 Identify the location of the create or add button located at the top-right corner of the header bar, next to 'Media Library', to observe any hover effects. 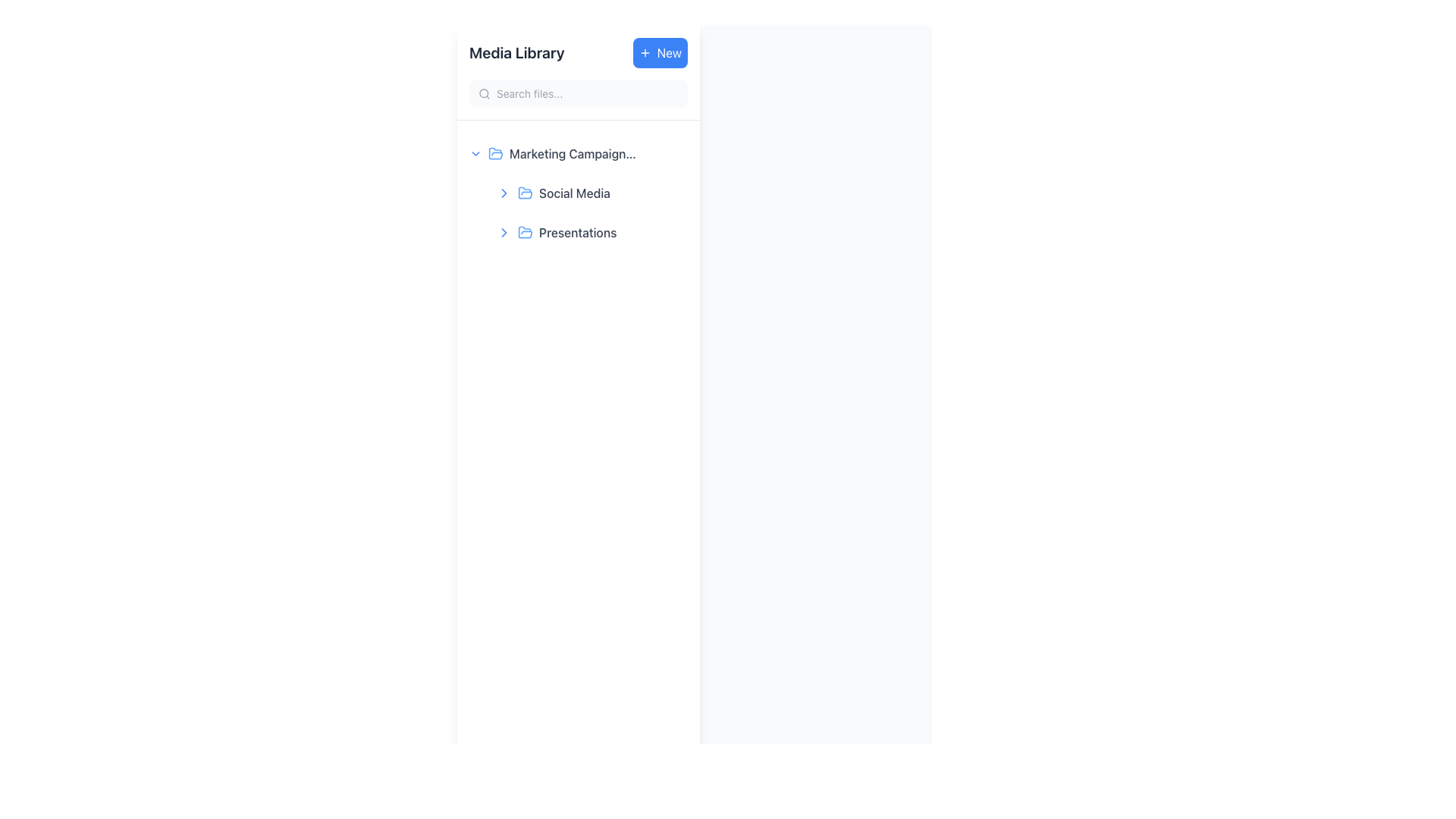
(660, 52).